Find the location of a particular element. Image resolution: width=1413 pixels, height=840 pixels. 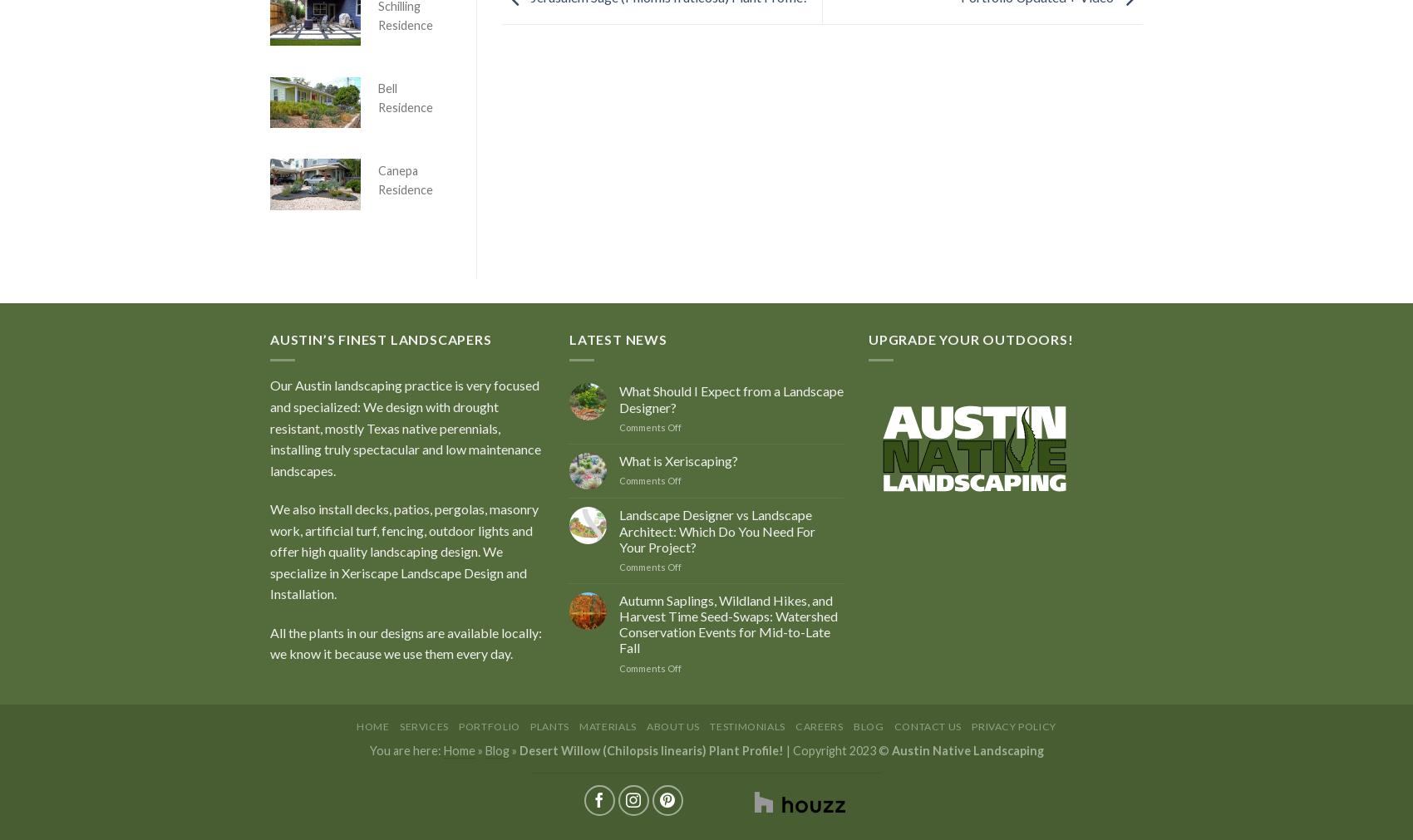

'Canepa Residence' is located at coordinates (406, 179).